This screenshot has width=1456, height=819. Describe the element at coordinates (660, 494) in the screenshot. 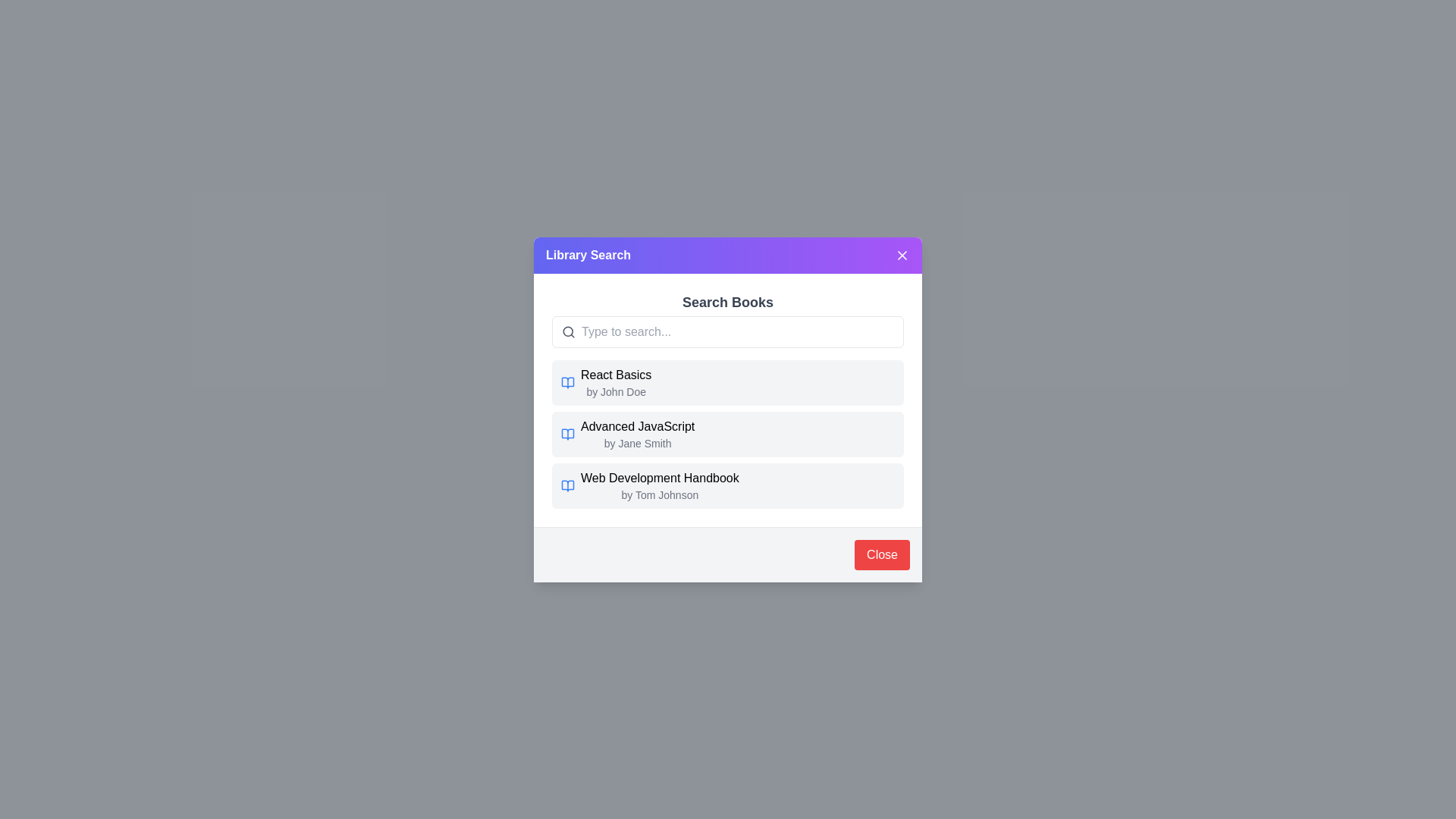

I see `the text label displaying the author of the book titled 'Web Development Handbook' to trigger possible tooltips` at that location.